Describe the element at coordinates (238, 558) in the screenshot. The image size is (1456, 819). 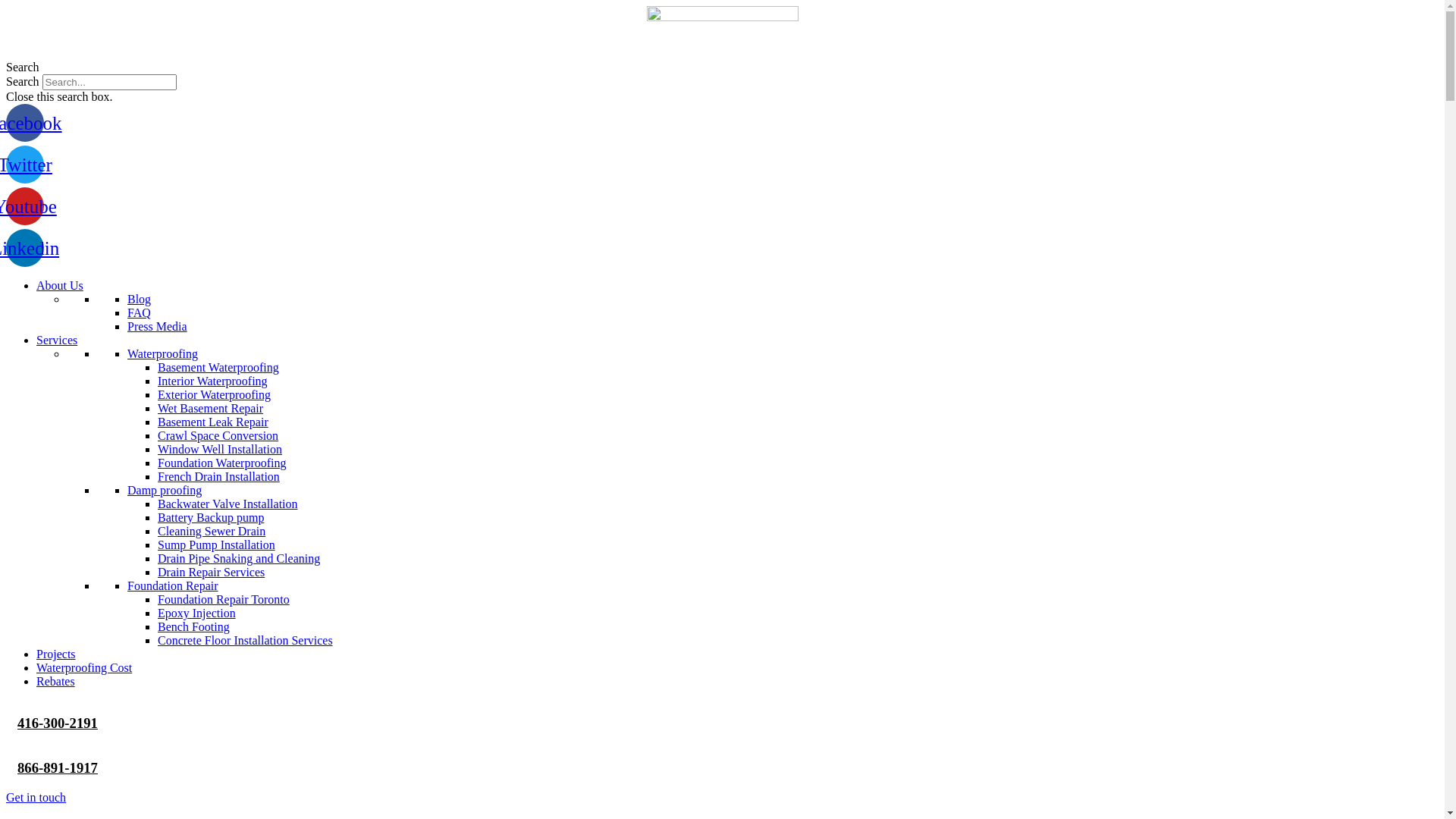
I see `'Drain Pipe Snaking and Cleaning'` at that location.